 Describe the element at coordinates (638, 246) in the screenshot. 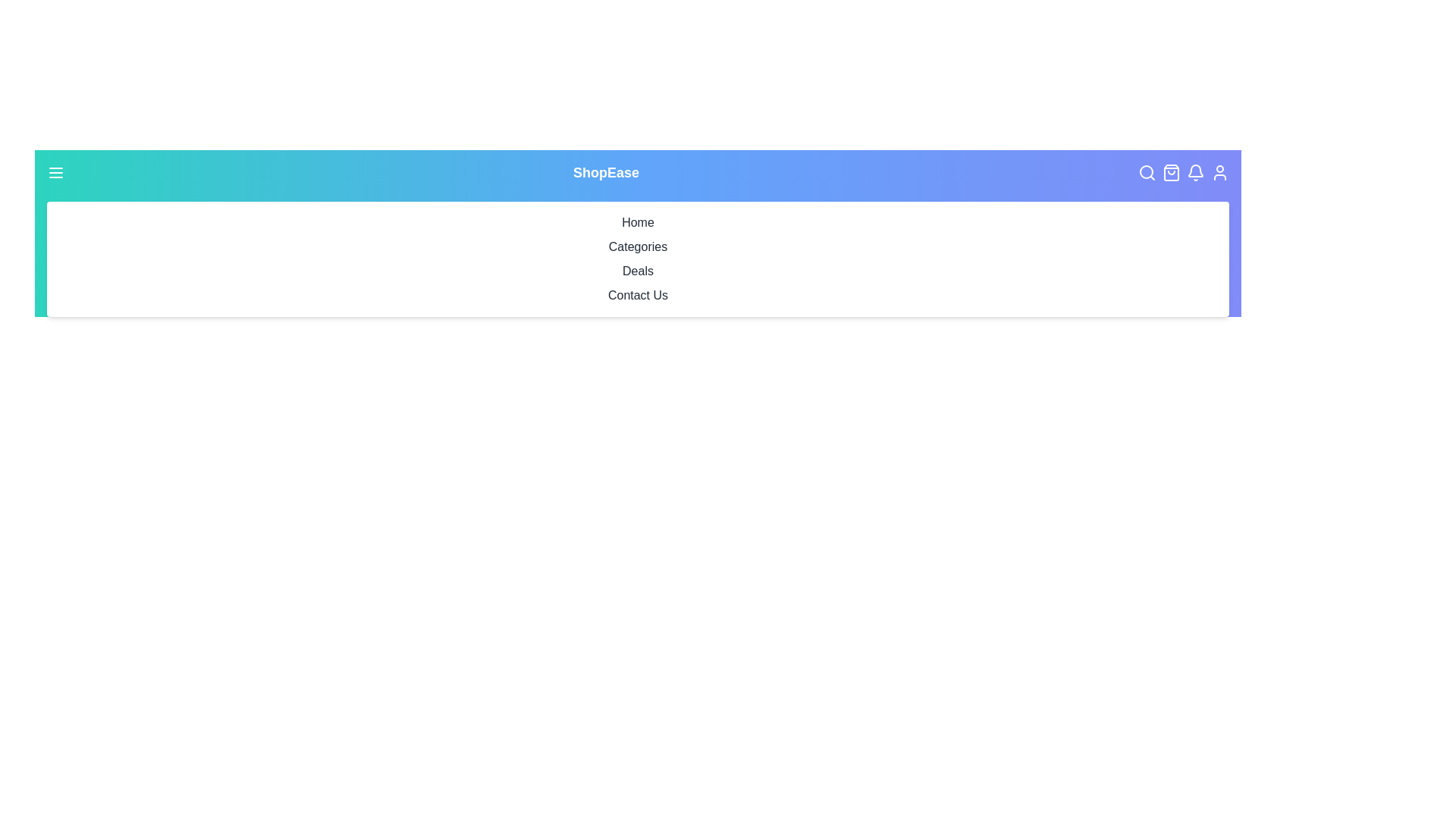

I see `the 'Categories' menu item in the navigation bar` at that location.